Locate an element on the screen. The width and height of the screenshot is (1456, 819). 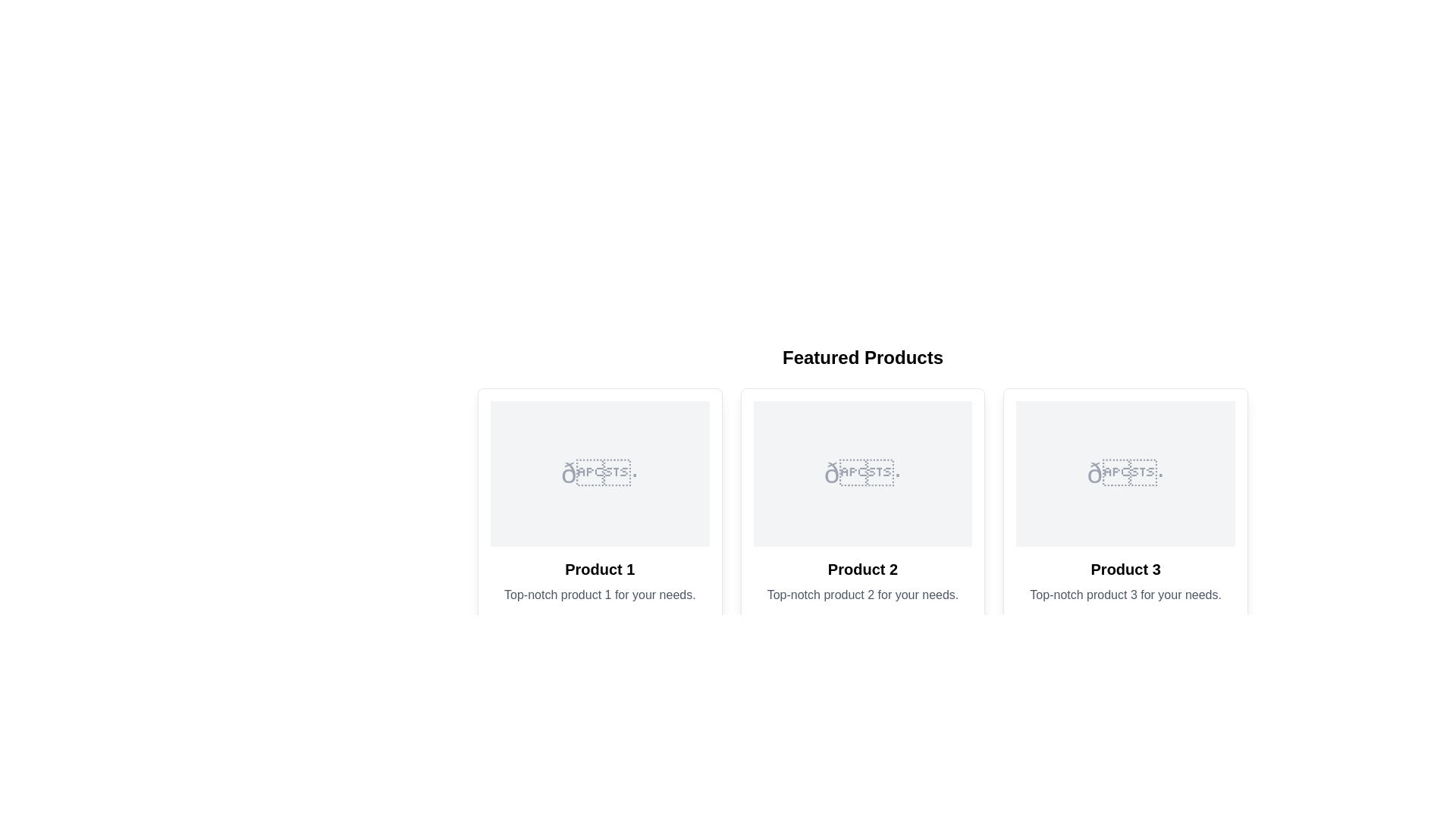
the text of the bold text label located under the image placeholder and above the descriptive line of text is located at coordinates (599, 570).